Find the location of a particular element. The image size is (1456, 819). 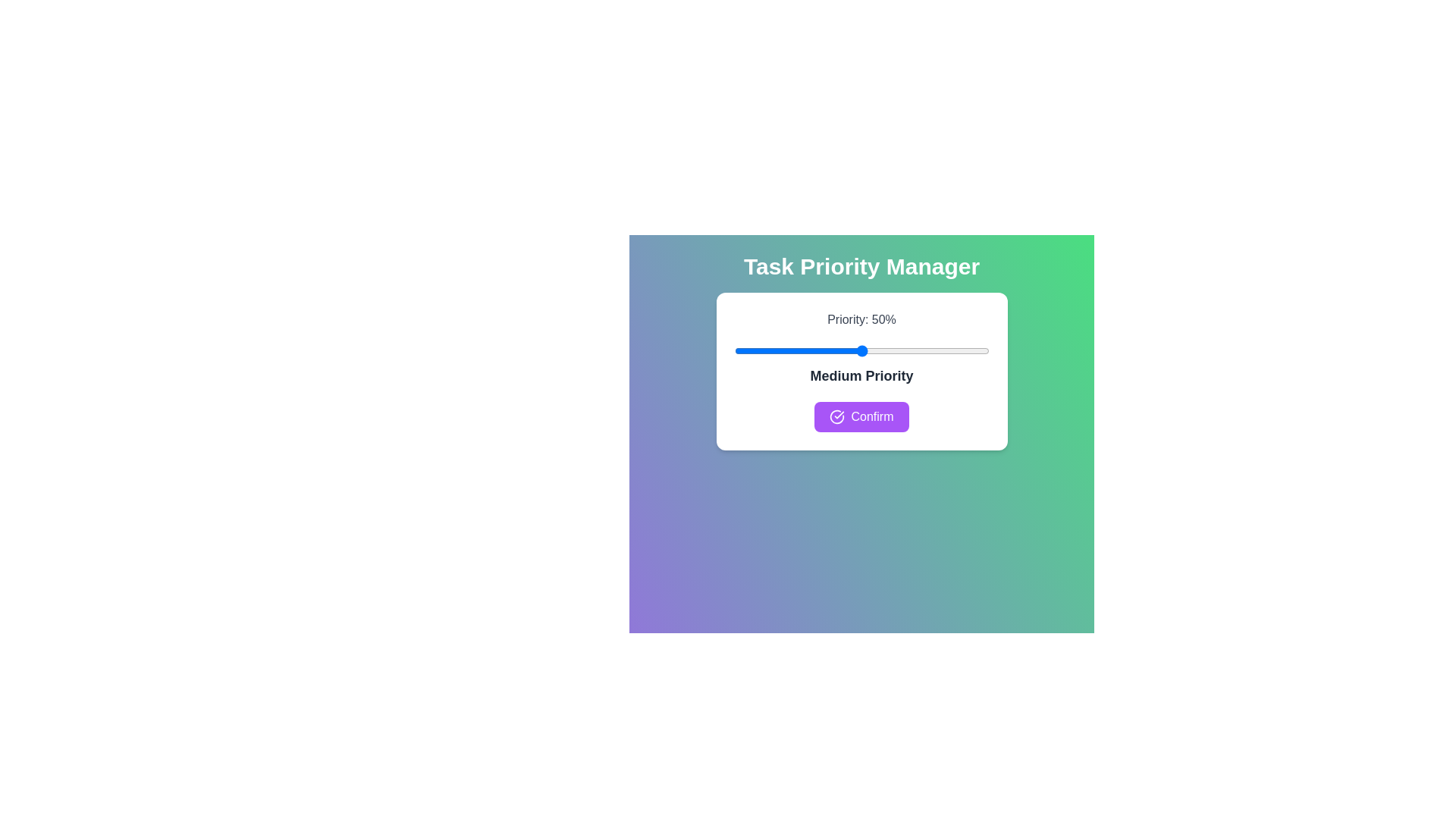

Confirm button to save the selected priority is located at coordinates (861, 417).